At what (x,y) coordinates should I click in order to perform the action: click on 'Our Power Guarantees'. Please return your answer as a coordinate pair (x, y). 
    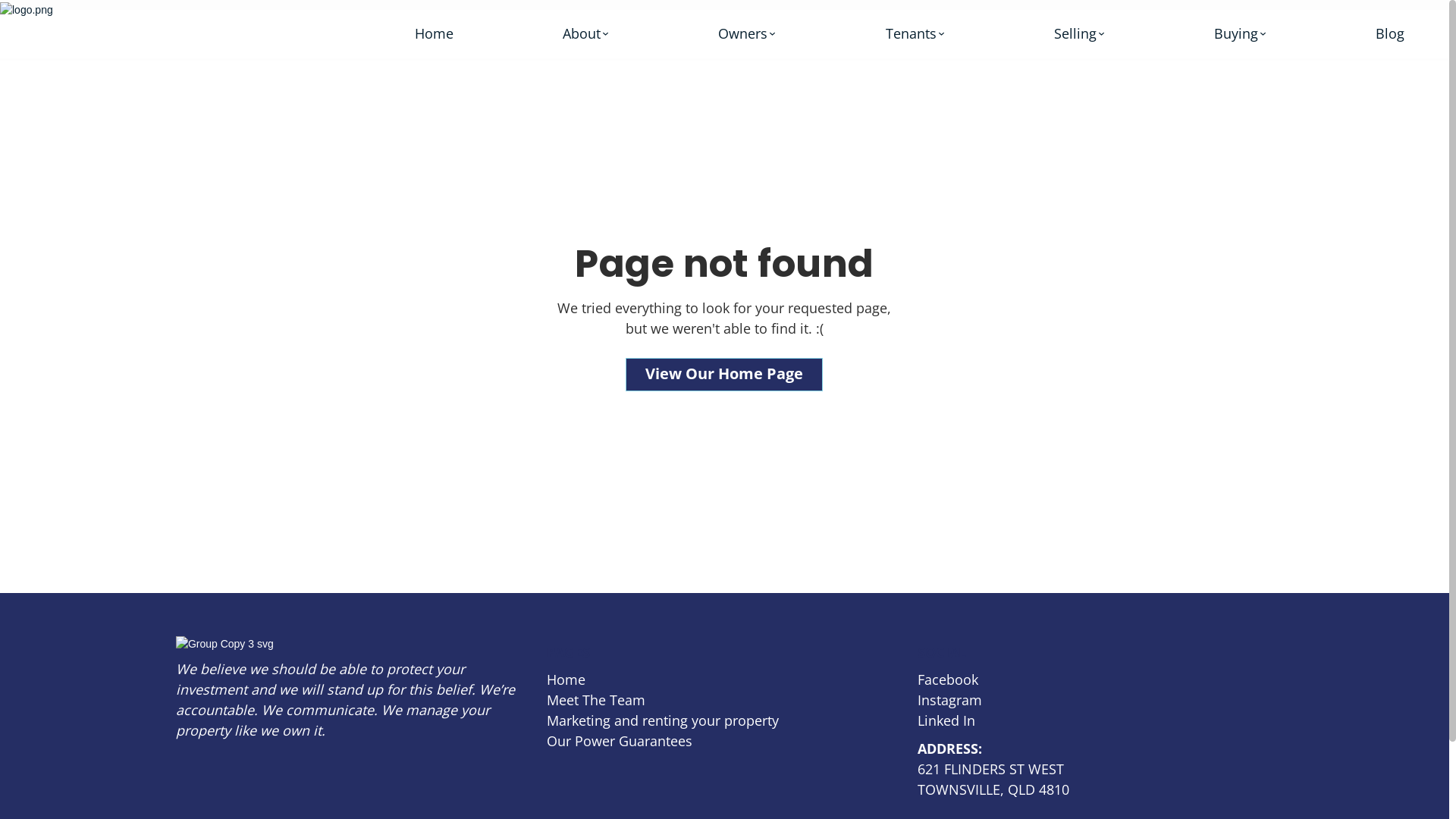
    Looking at the image, I should click on (619, 740).